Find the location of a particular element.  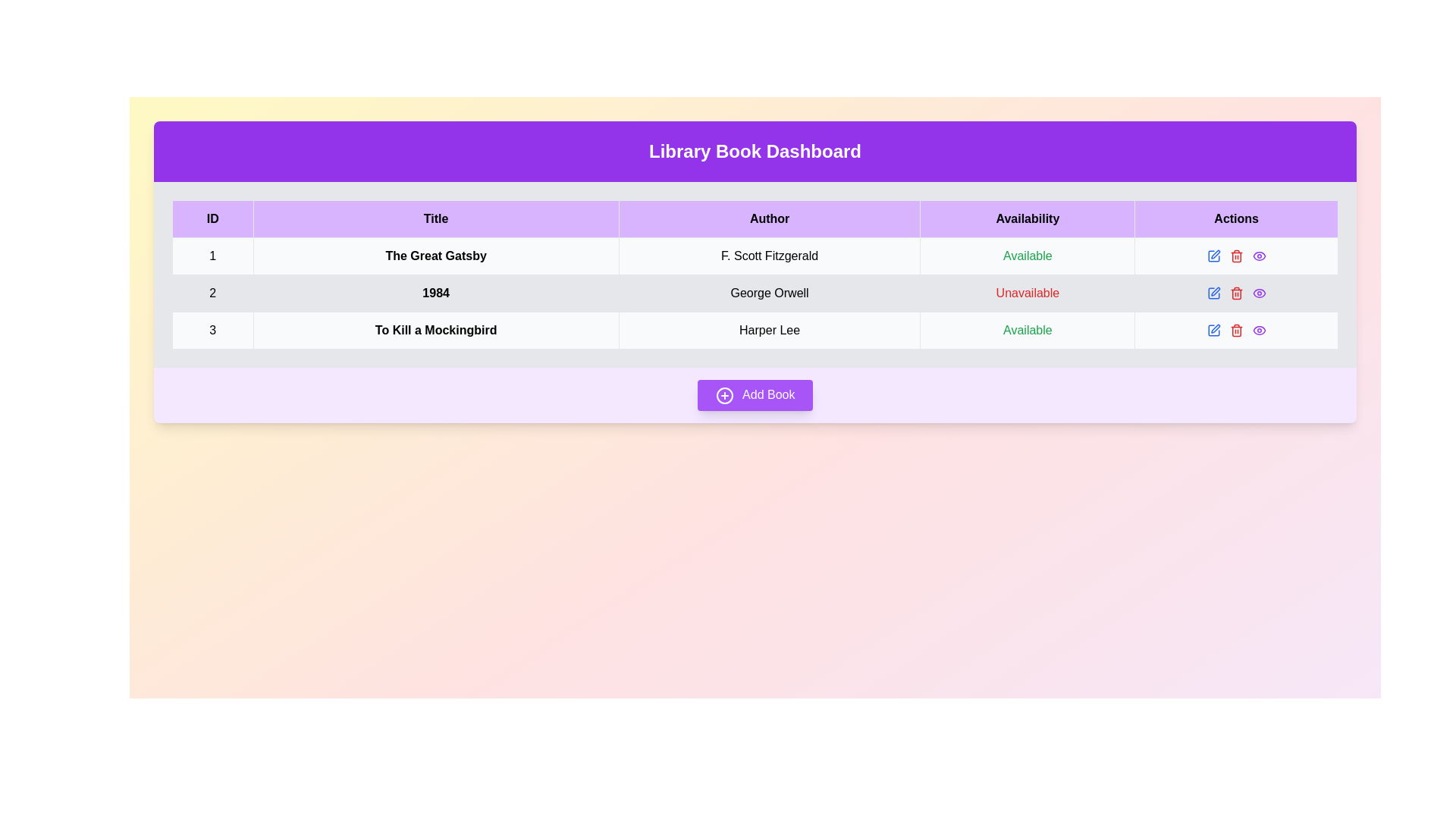

the first column header of the table that labels the column containing identification numbers is located at coordinates (212, 219).